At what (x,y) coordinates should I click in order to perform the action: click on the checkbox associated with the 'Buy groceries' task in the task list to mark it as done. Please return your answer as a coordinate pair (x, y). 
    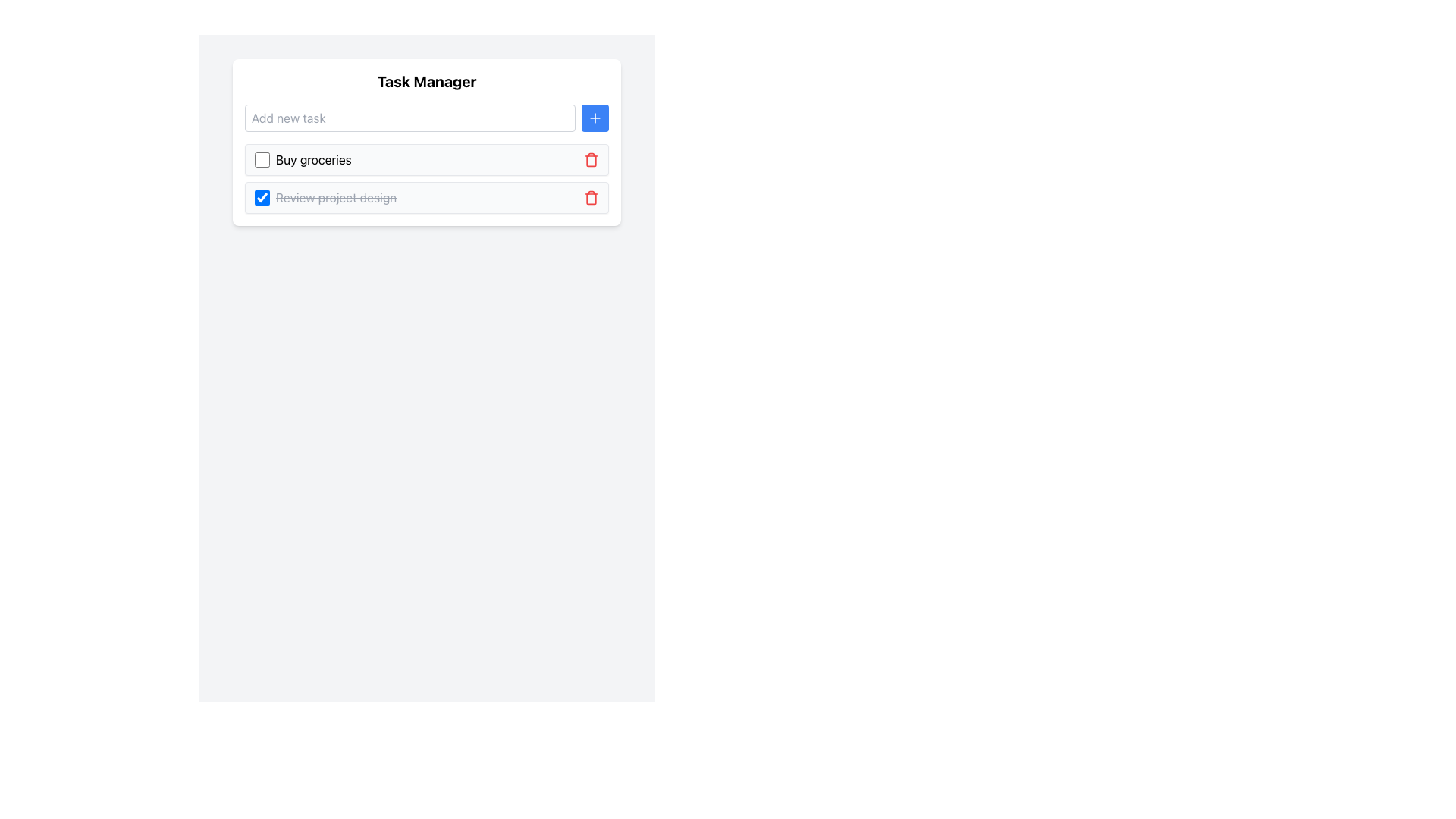
    Looking at the image, I should click on (303, 160).